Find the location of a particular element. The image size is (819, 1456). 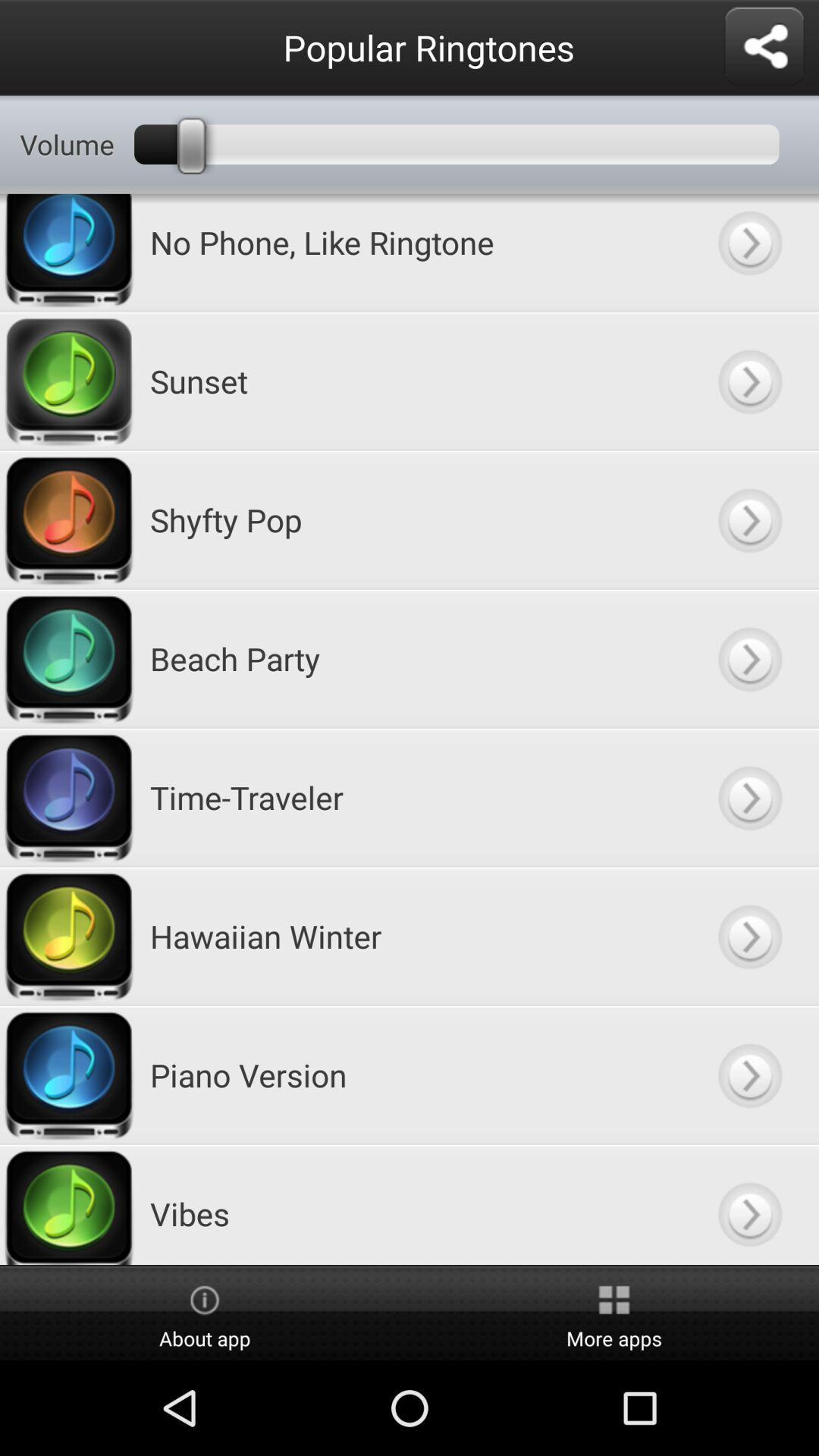

audio is located at coordinates (748, 1074).